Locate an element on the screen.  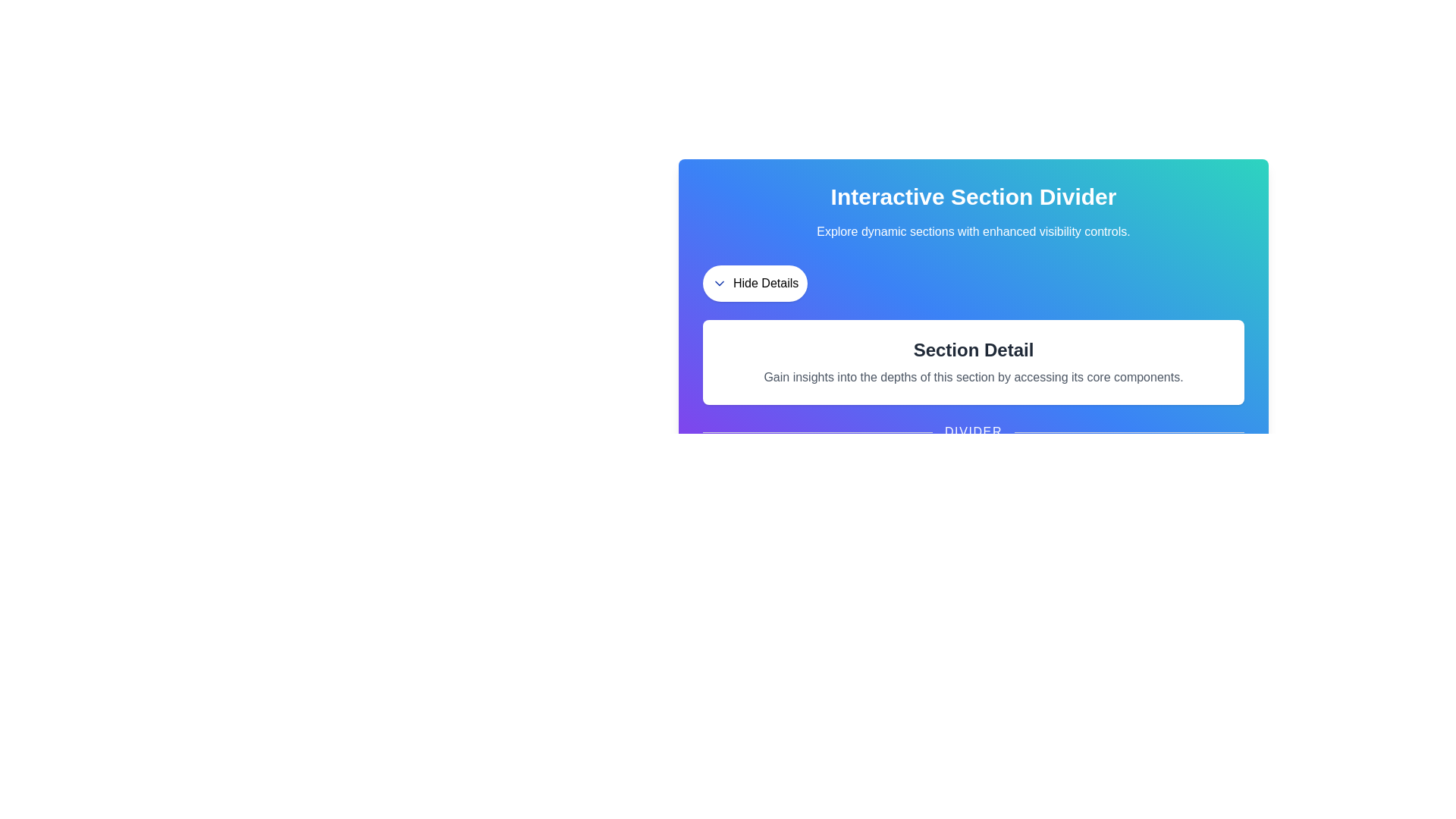
the bold text header stating 'Interactive Section Divider', which is styled in white and has a large font size, located at the top of its section against a gradient background is located at coordinates (973, 196).